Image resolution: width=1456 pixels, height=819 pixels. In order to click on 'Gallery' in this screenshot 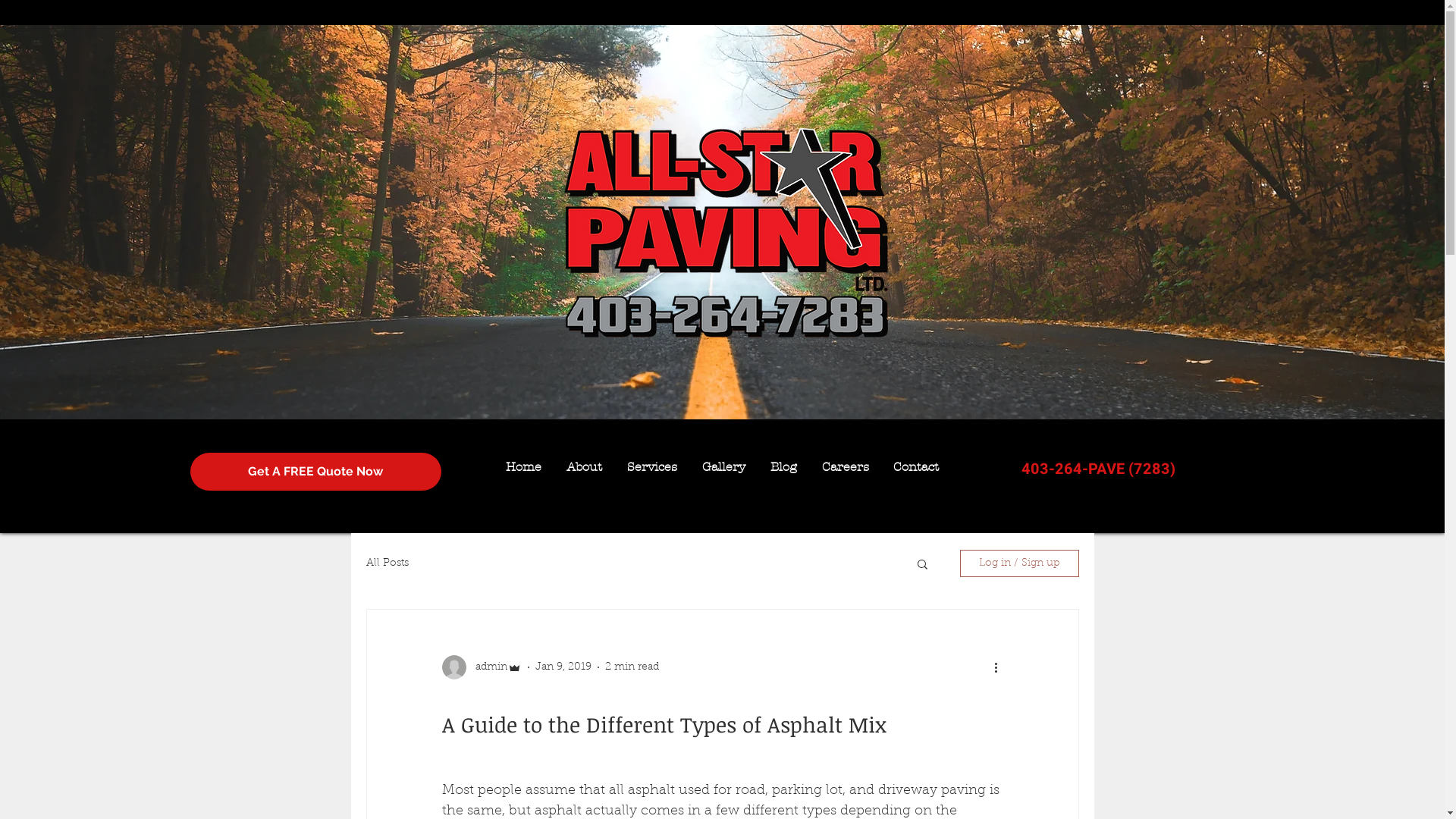, I will do `click(723, 466)`.